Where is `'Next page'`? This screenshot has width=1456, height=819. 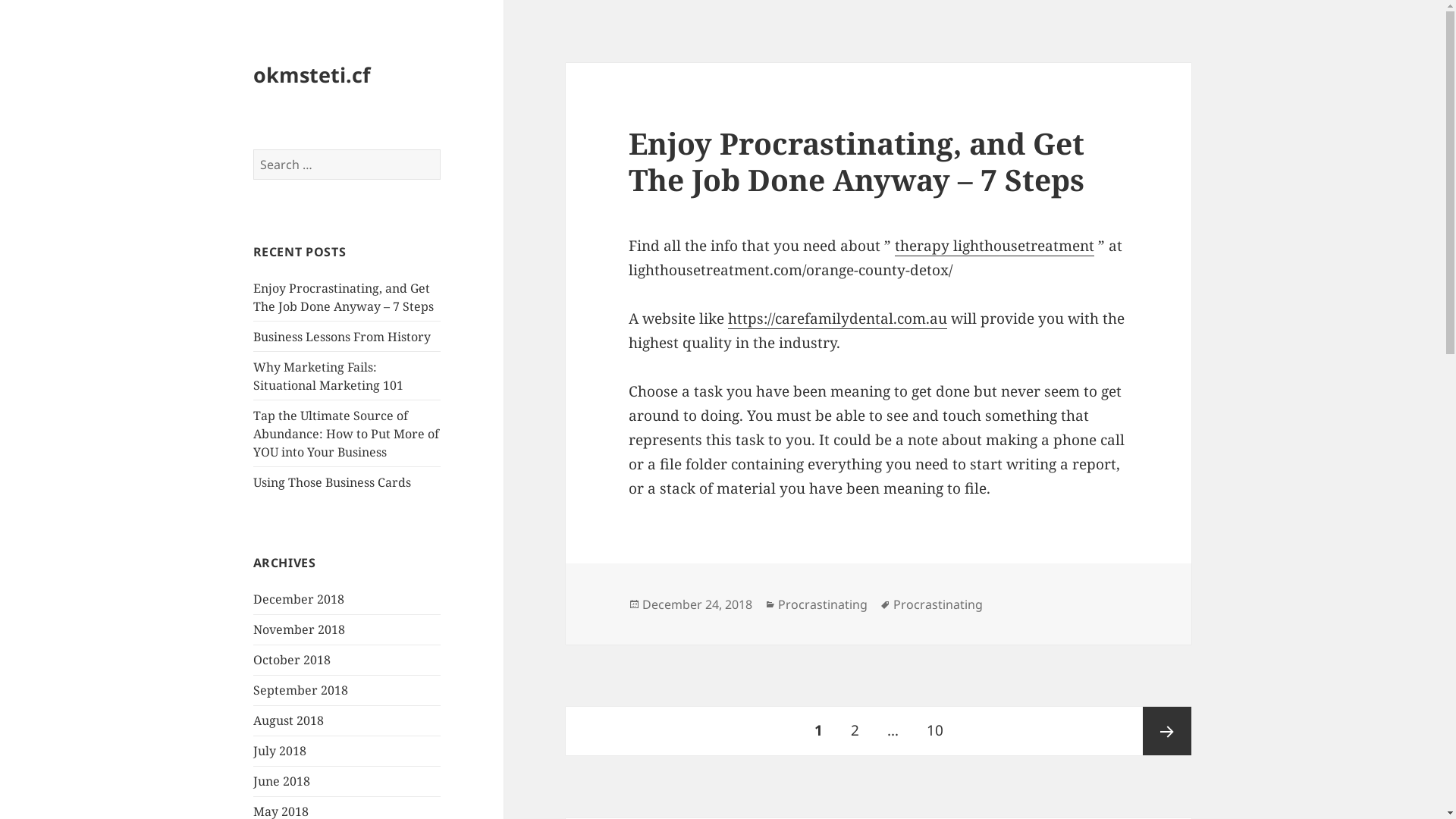
'Next page' is located at coordinates (1166, 730).